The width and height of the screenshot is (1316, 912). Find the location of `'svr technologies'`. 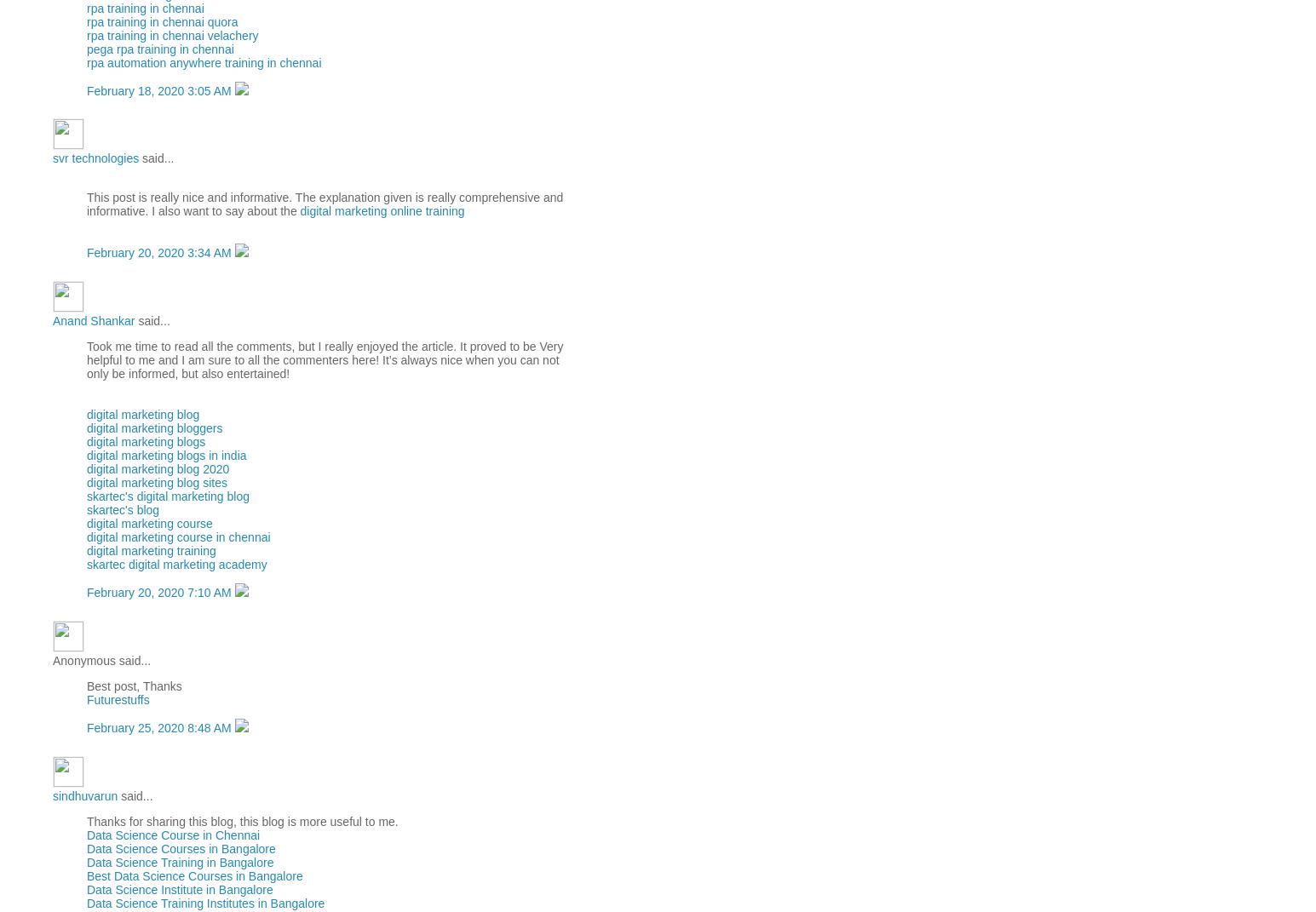

'svr technologies' is located at coordinates (95, 158).